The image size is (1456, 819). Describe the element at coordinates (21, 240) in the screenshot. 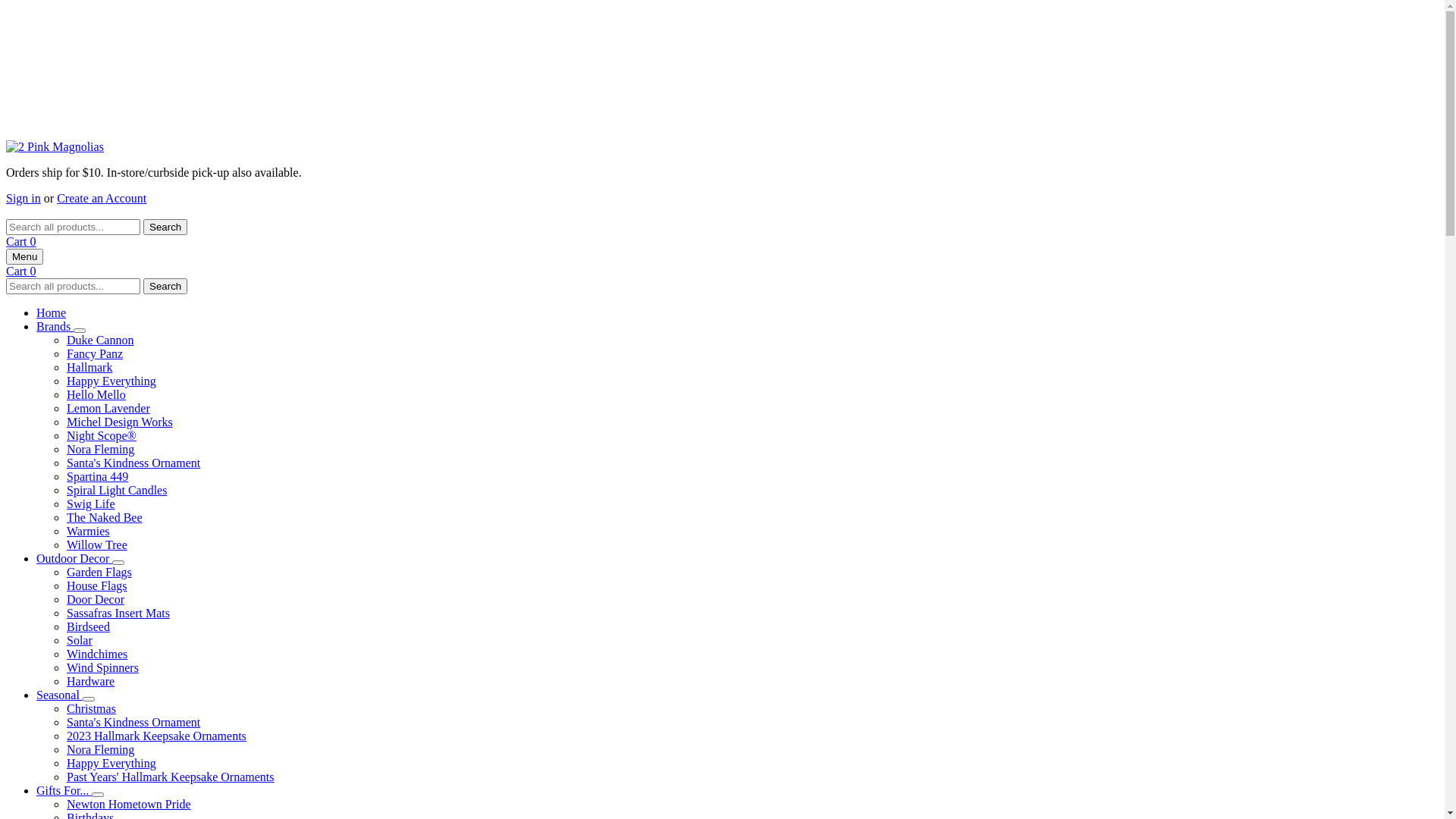

I see `'Cart 0'` at that location.